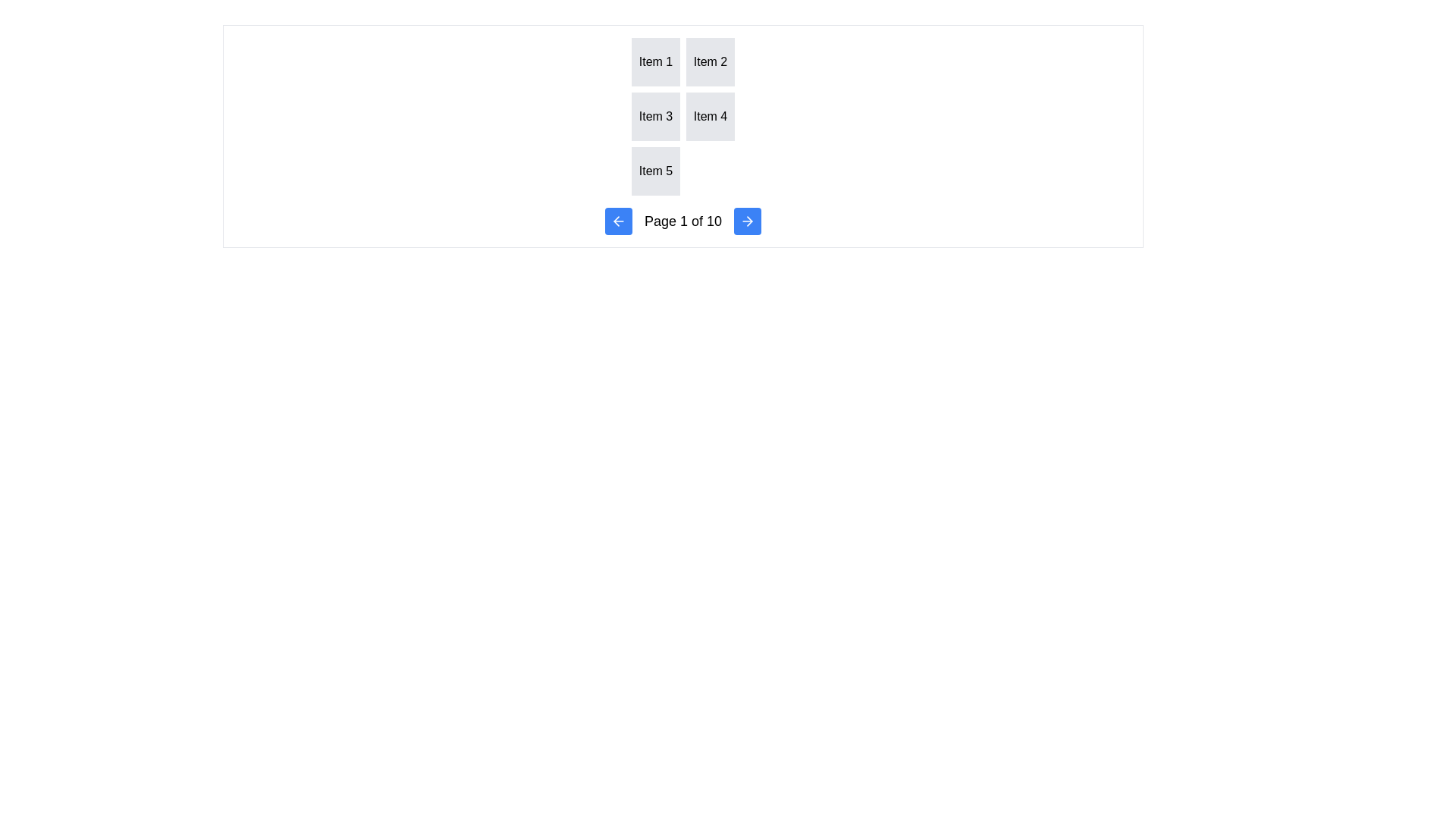  Describe the element at coordinates (655, 61) in the screenshot. I see `the first rectangular grid item in the top-left corner of the grid by moving the cursor to its center point` at that location.